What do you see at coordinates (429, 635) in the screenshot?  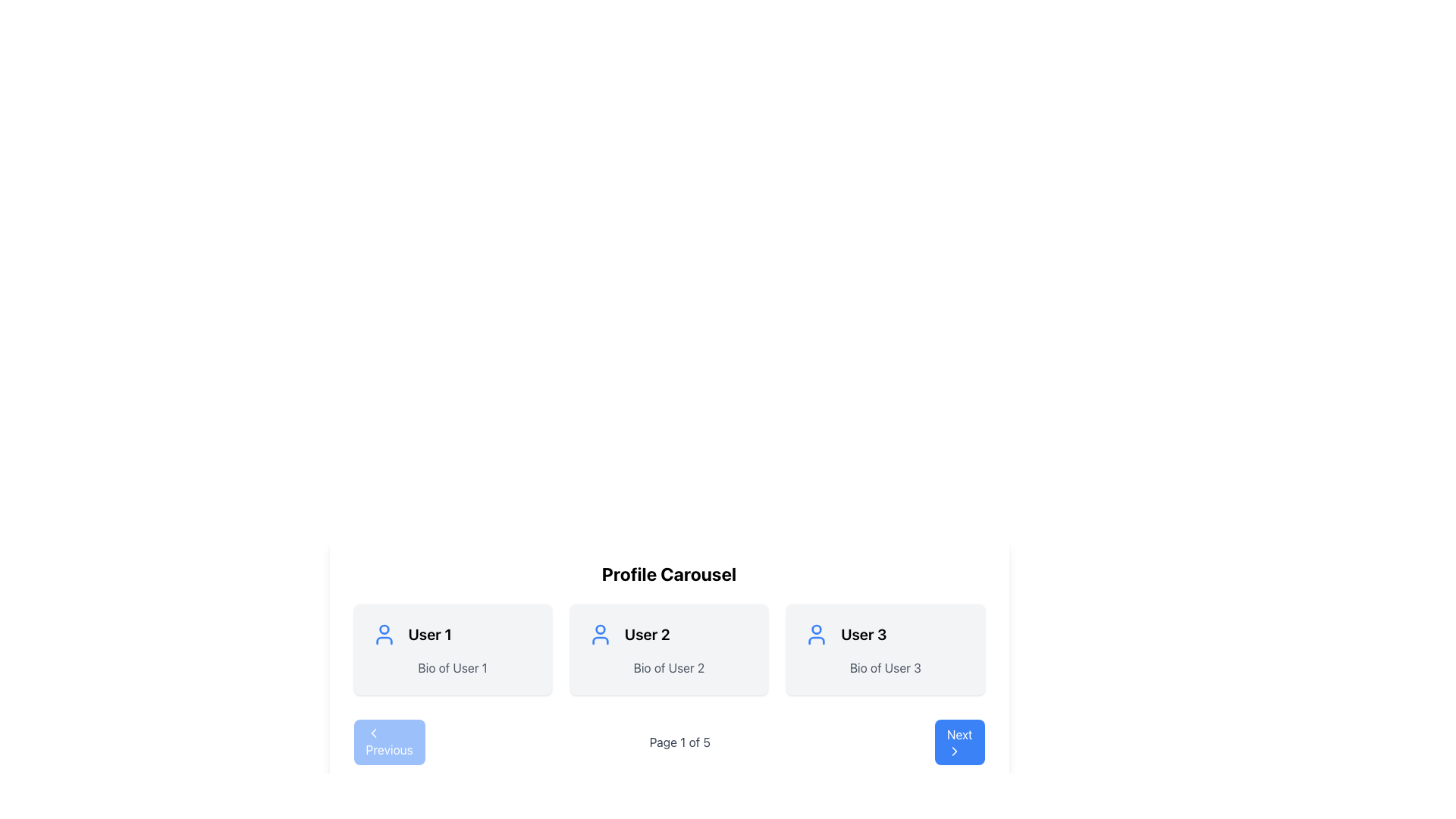 I see `the static text label element that serves as a title for the user, located centrally in the leftmost card of a horizontal row, adjacent to a blue user icon` at bounding box center [429, 635].